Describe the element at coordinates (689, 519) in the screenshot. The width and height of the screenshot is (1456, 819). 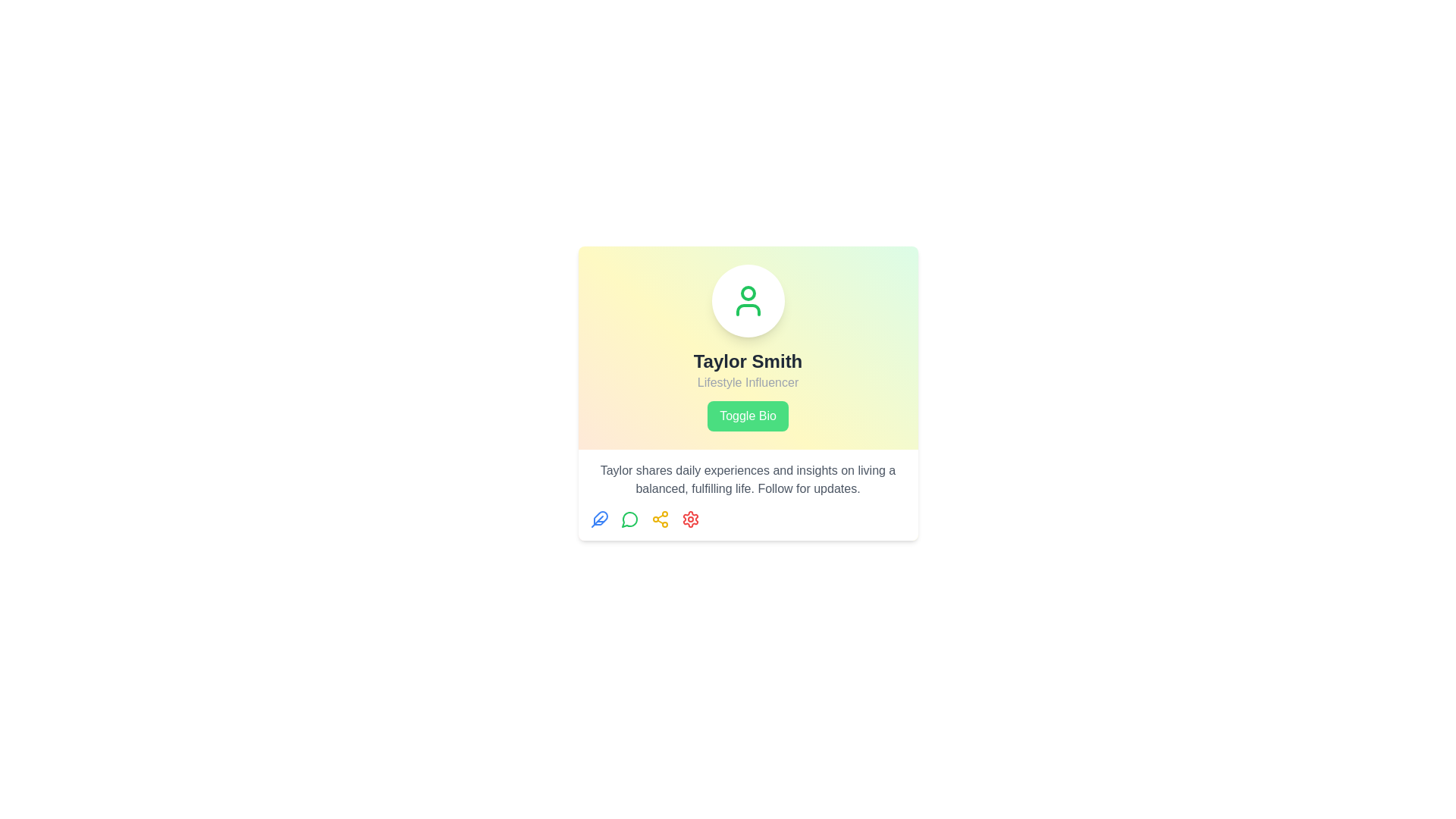
I see `the red gear icon button located as the fourth icon from the left` at that location.